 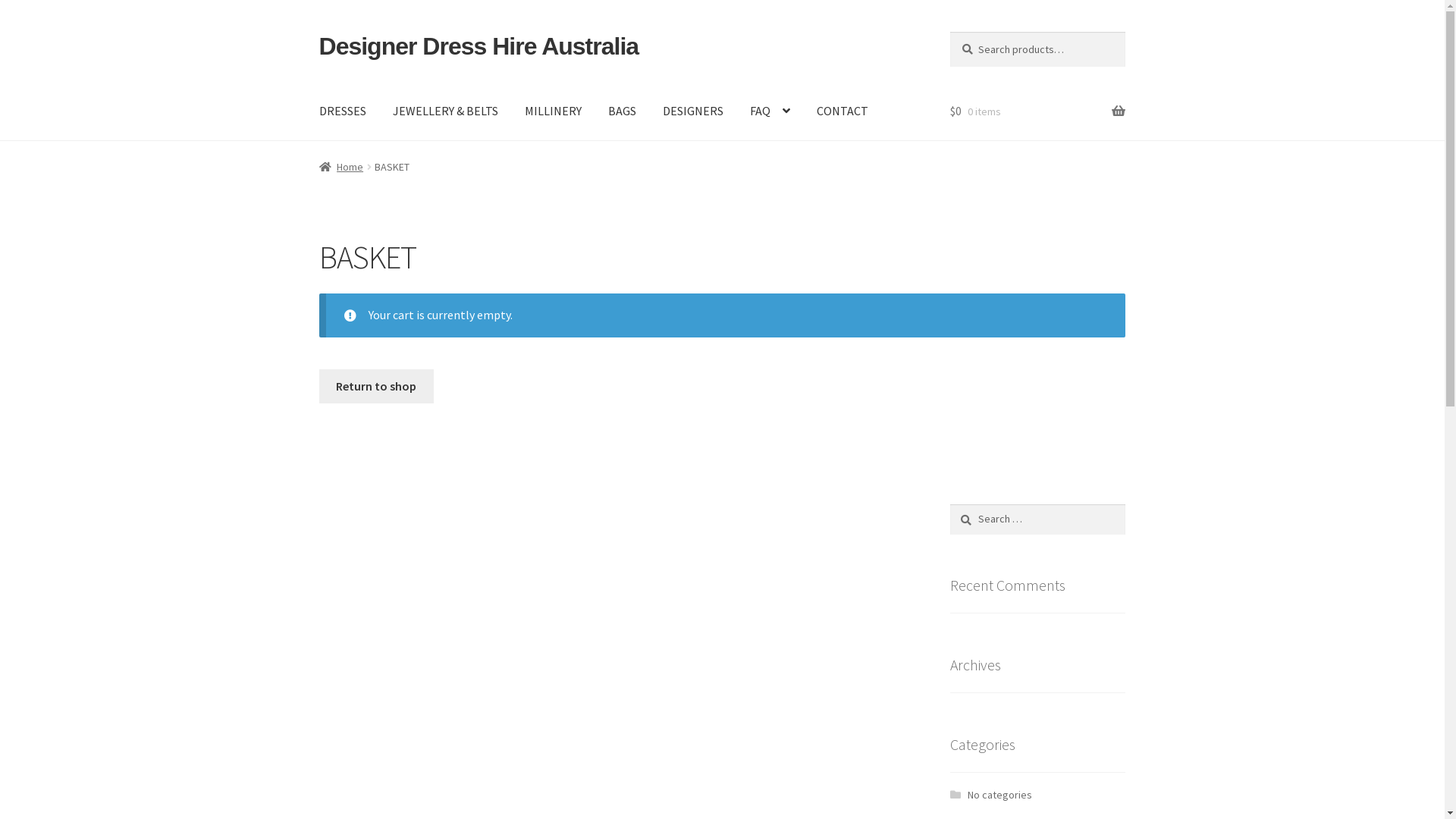 What do you see at coordinates (841, 110) in the screenshot?
I see `'CONTACT'` at bounding box center [841, 110].